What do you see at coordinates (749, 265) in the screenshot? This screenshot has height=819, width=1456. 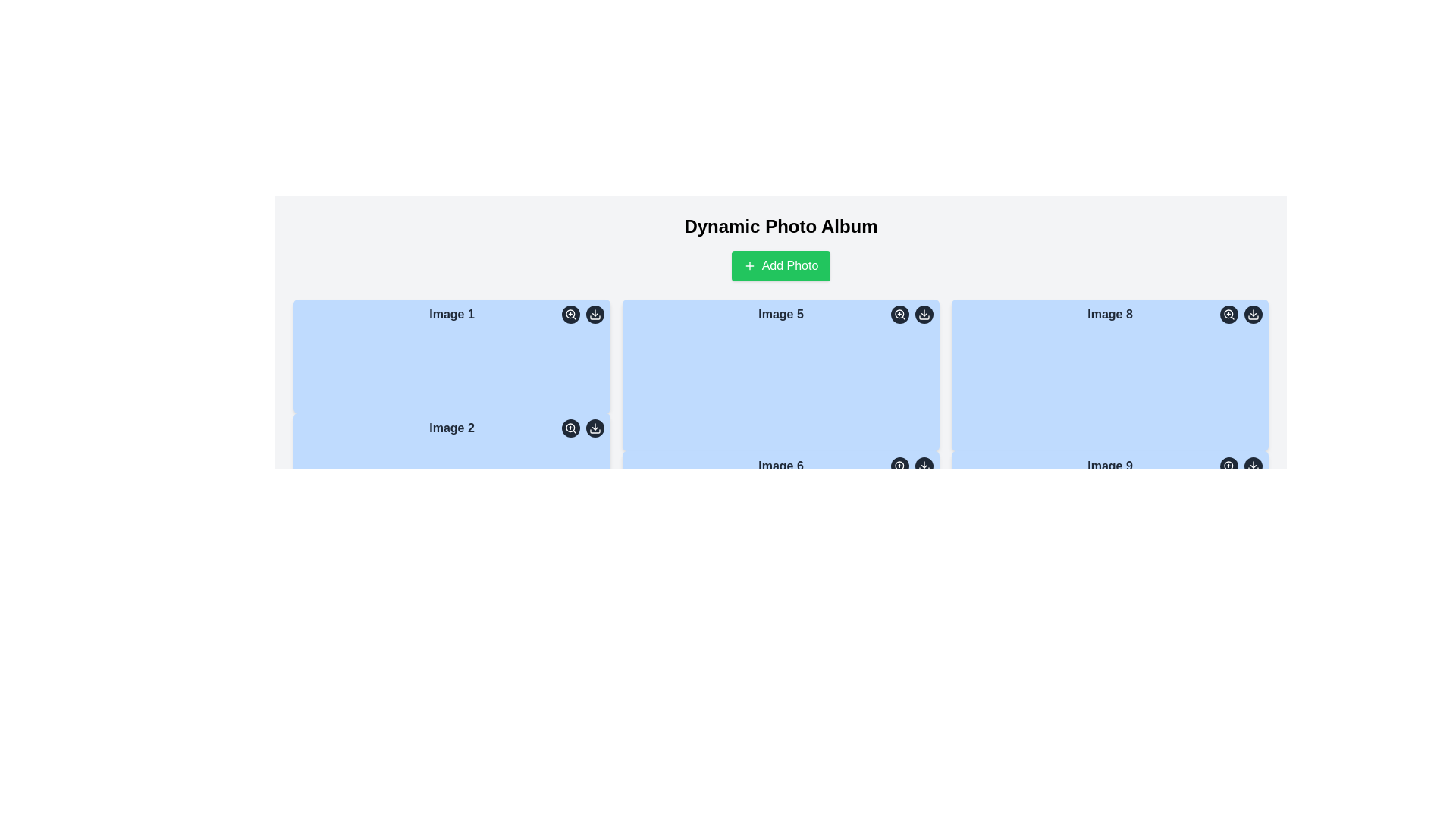 I see `the small plus icon located inside the 'Add Photo' button, which is represented by a thin-lined cross shape and has a green background` at bounding box center [749, 265].